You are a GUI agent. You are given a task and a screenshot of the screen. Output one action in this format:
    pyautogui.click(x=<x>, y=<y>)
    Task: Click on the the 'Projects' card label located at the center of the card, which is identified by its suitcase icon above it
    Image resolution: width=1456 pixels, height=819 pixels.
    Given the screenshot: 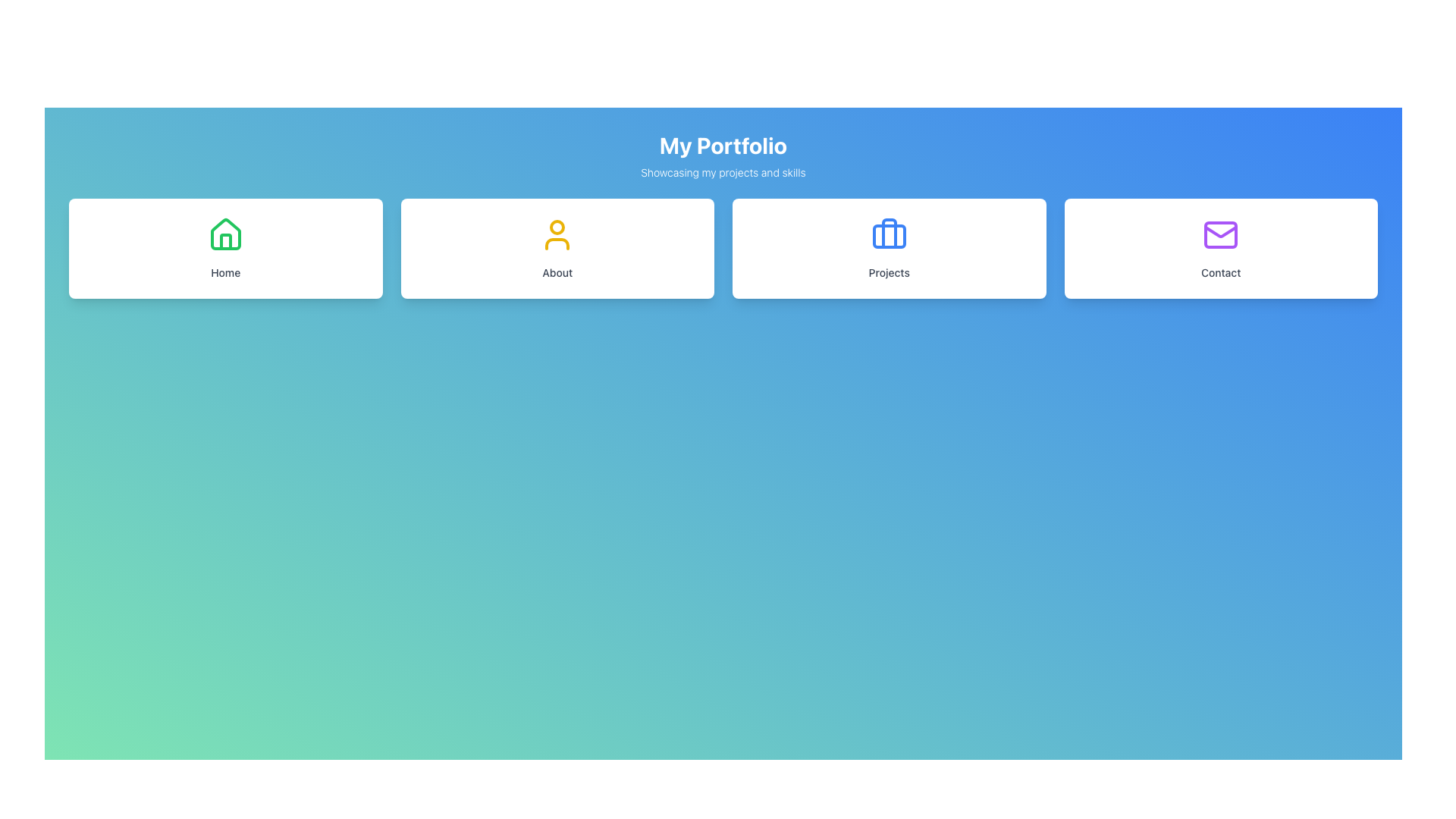 What is the action you would take?
    pyautogui.click(x=889, y=271)
    